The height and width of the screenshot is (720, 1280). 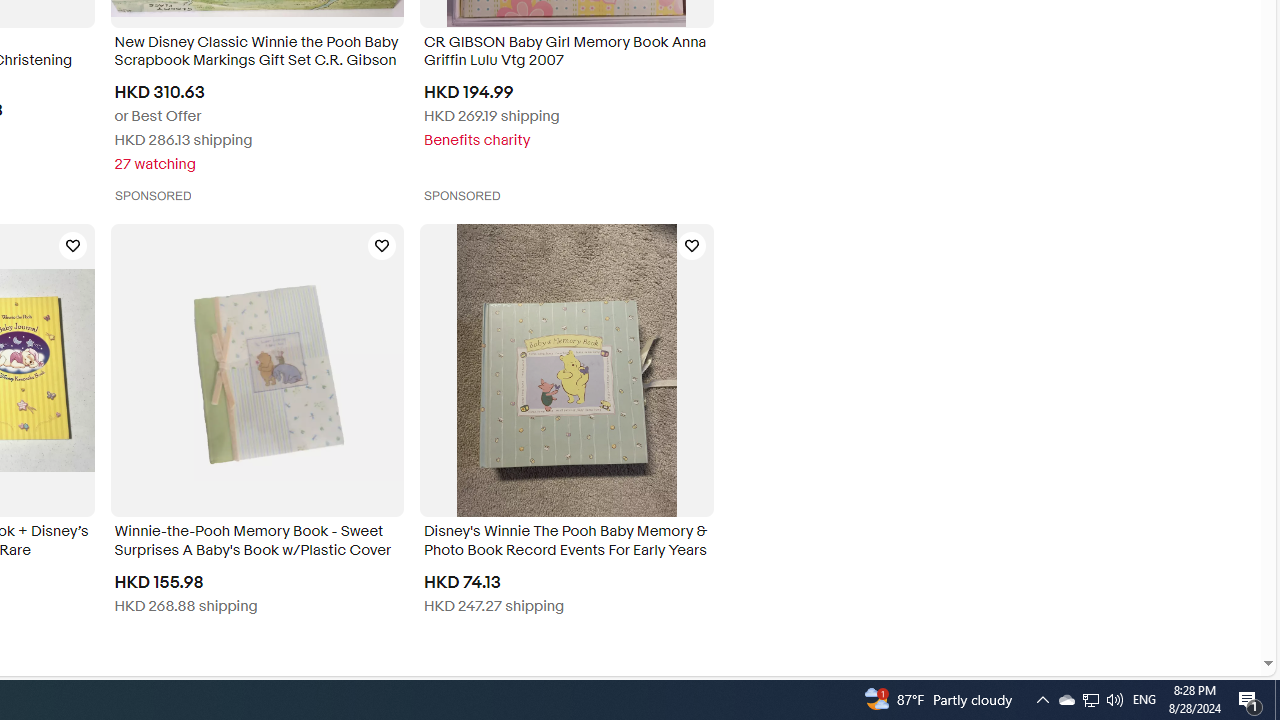 I want to click on 'CR GIBSON Baby Girl Memory Book Anna Griffin Lulu Vtg 2007', so click(x=566, y=53).